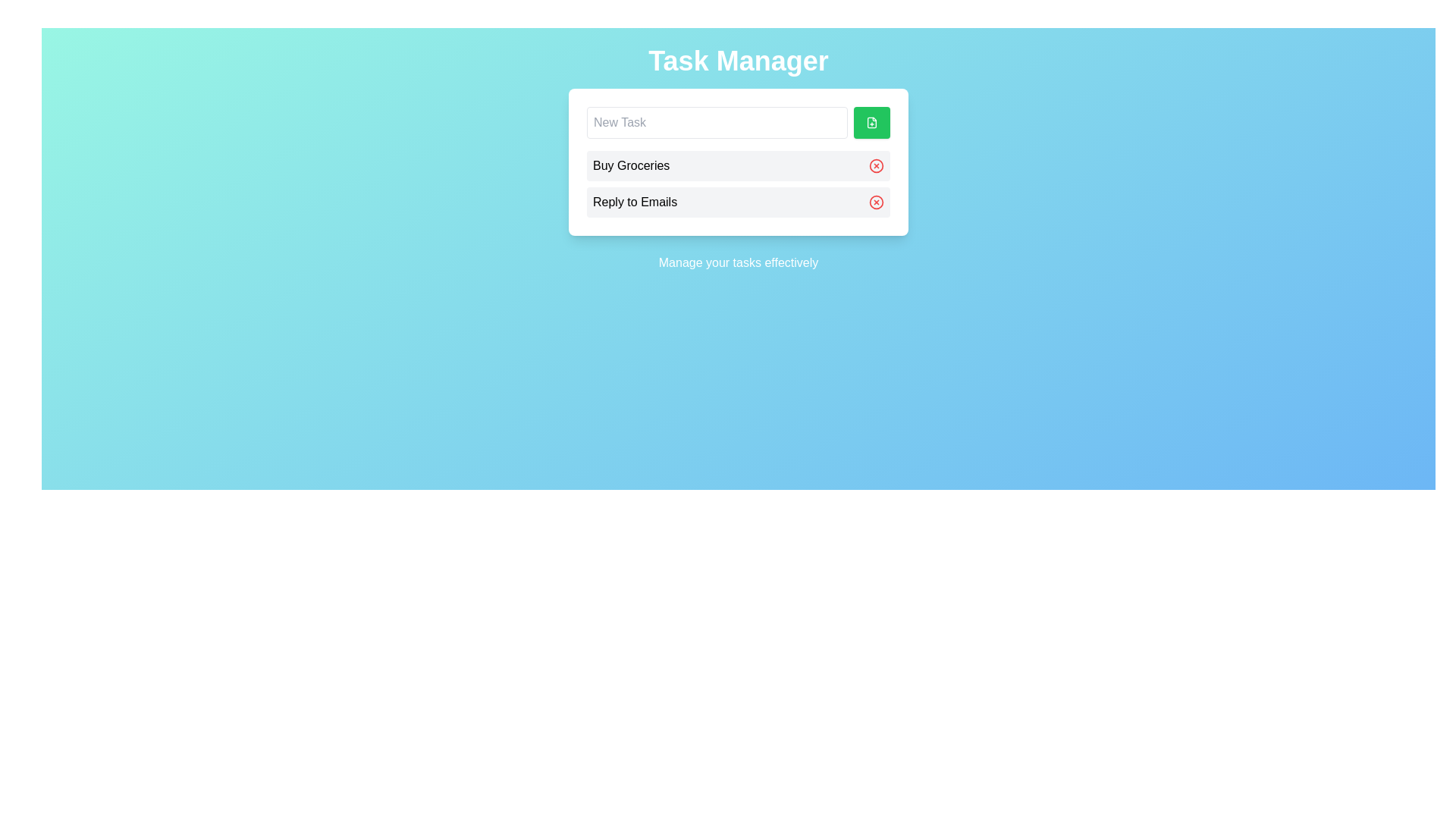  I want to click on the file icon with a green background and a plus symbol, located on the right of the input field in the Task Manager interface, so click(872, 122).